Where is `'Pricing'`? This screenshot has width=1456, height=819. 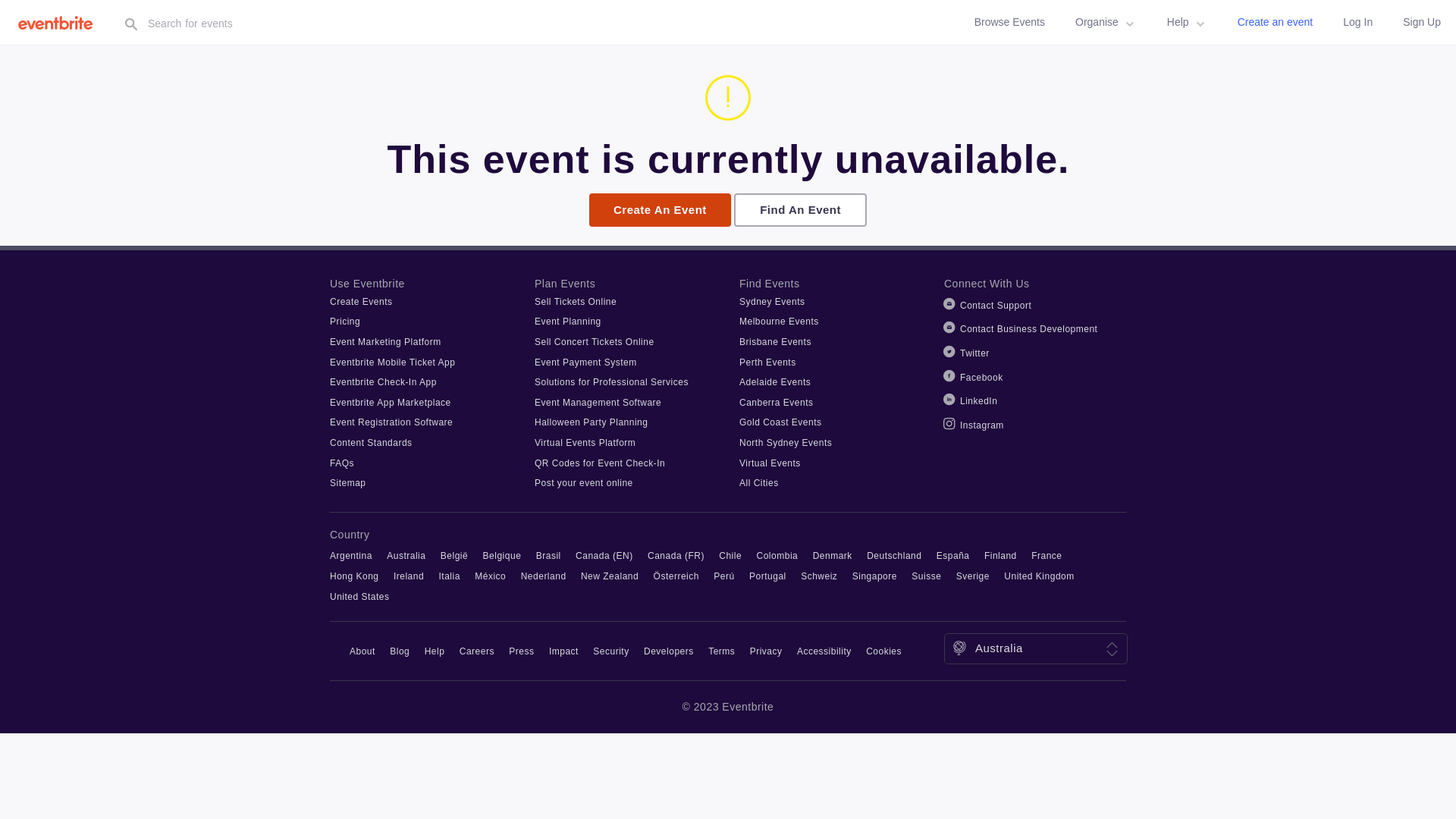 'Pricing' is located at coordinates (344, 321).